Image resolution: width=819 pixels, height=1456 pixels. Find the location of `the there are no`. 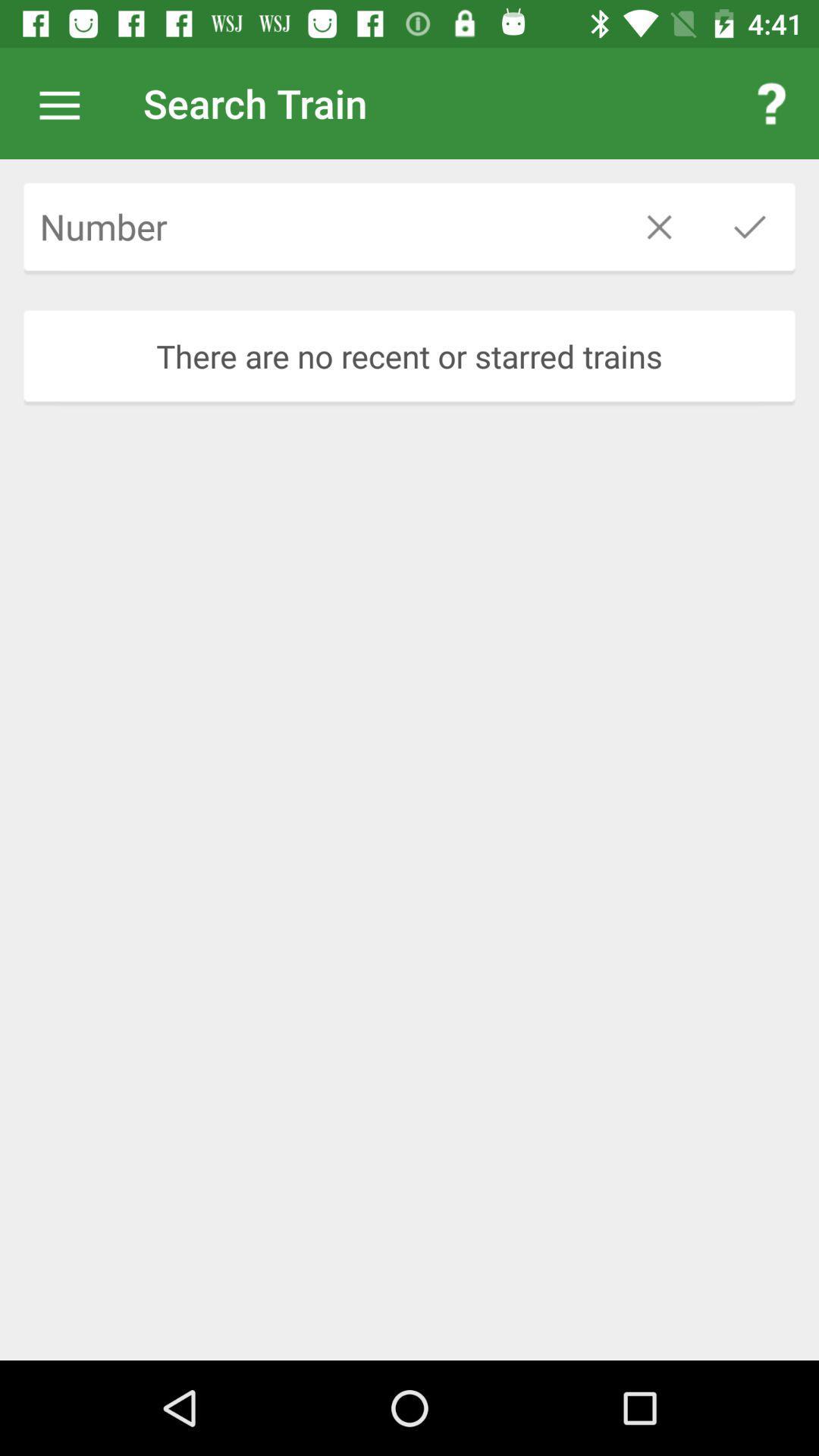

the there are no is located at coordinates (409, 355).